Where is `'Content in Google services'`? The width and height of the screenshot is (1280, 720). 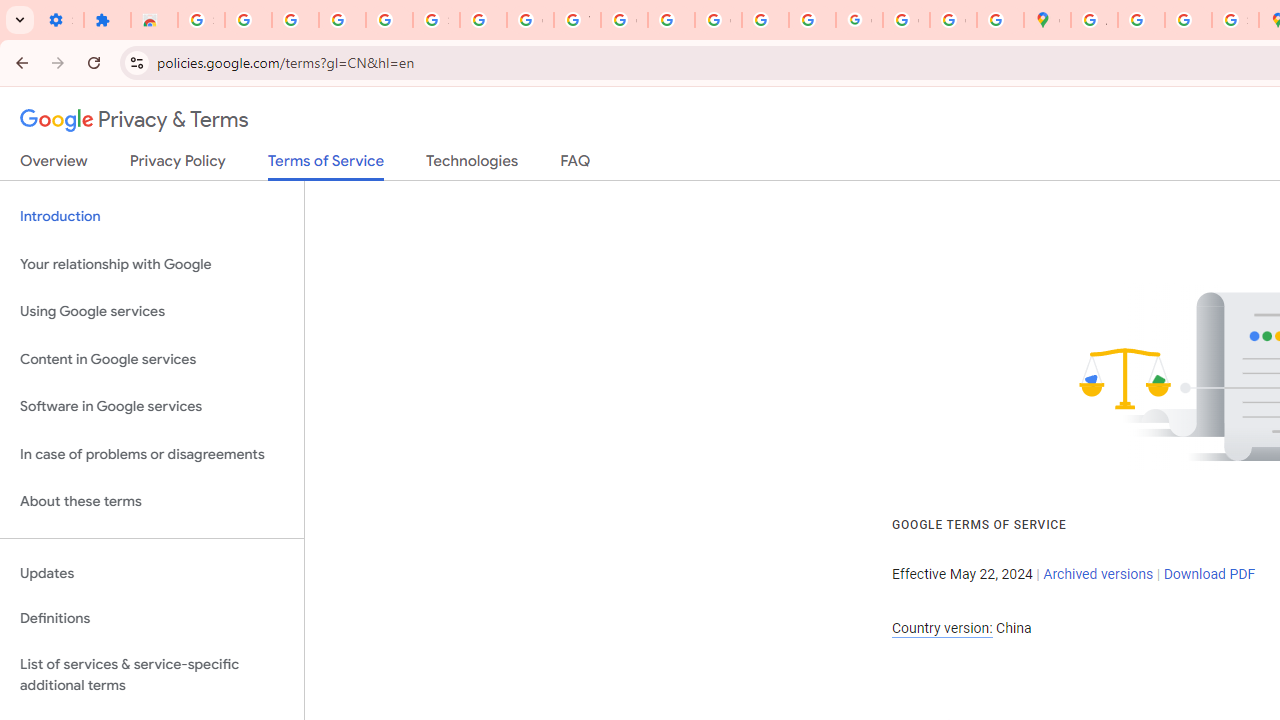 'Content in Google services' is located at coordinates (151, 358).